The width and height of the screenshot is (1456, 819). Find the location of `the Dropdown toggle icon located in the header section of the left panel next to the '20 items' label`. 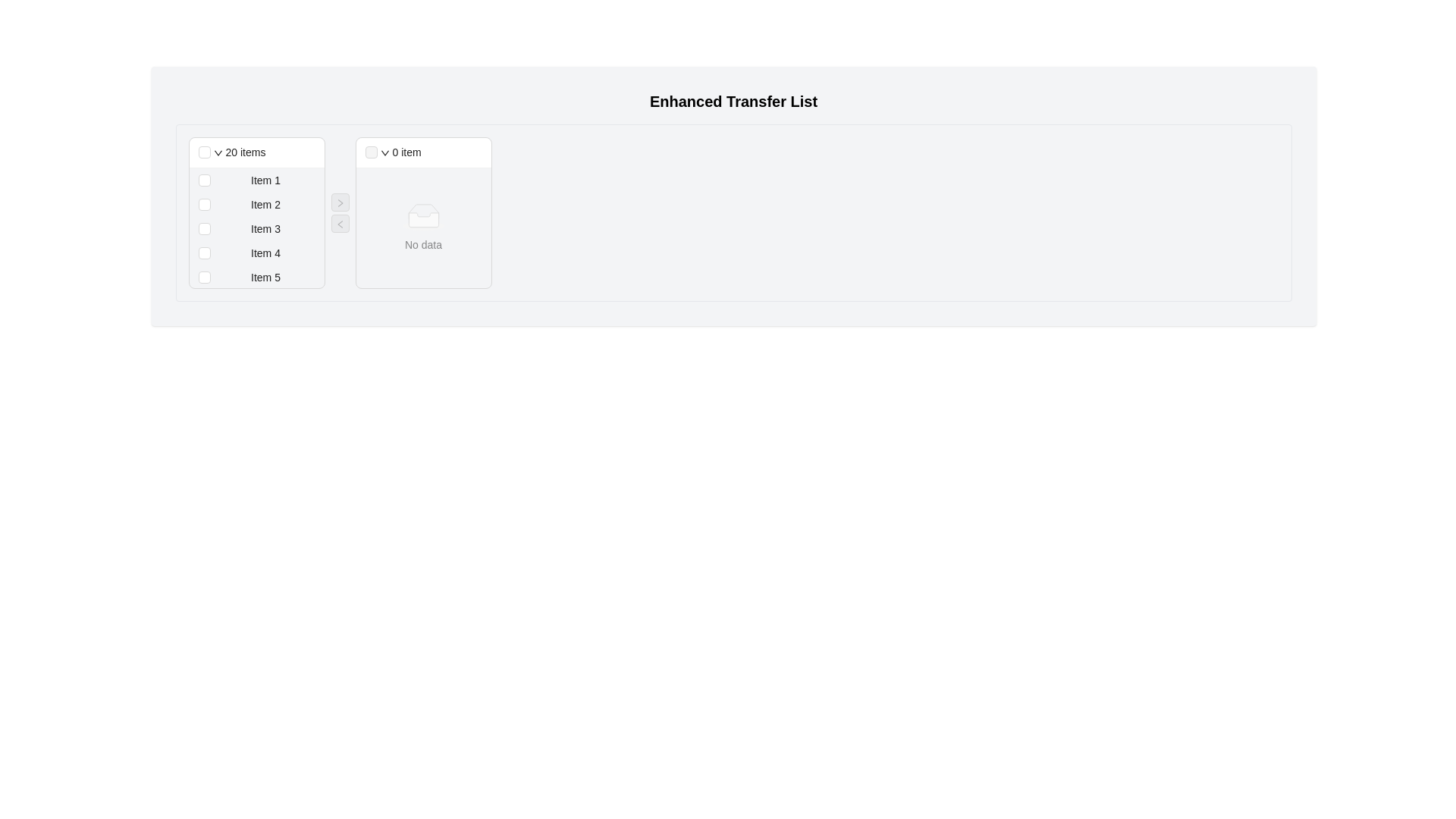

the Dropdown toggle icon located in the header section of the left panel next to the '20 items' label is located at coordinates (217, 153).